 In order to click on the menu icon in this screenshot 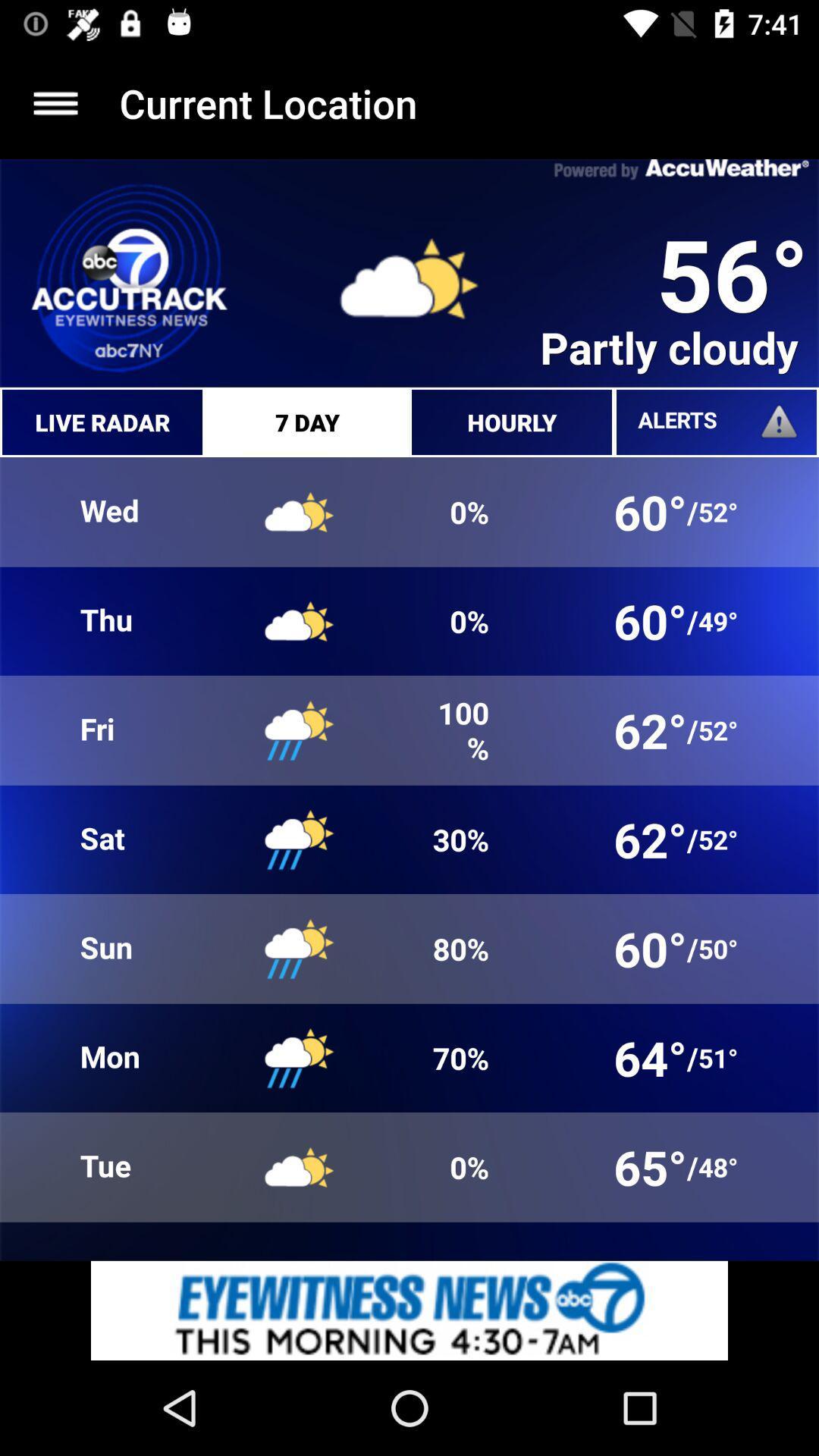, I will do `click(55, 102)`.